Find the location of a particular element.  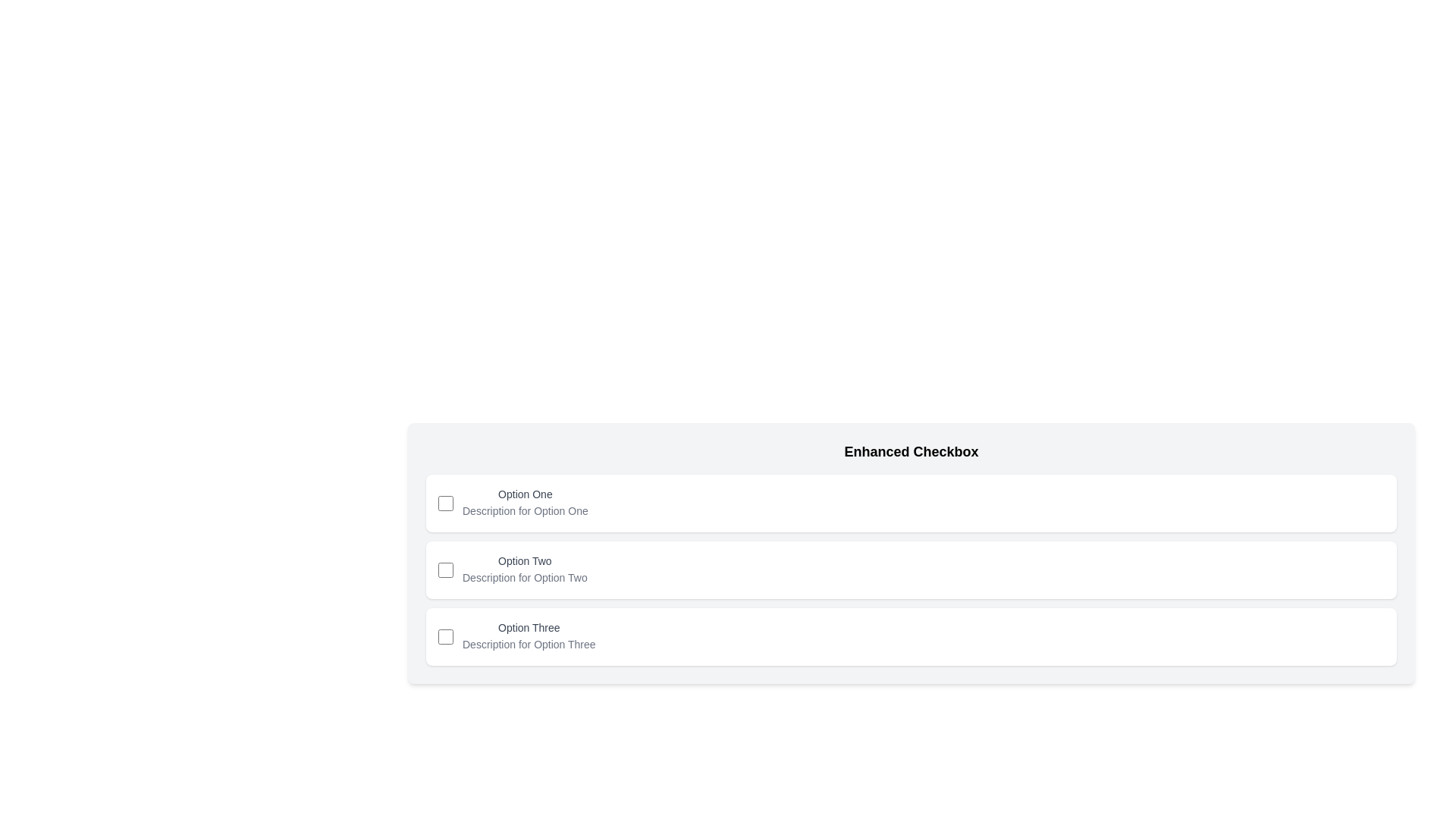

the Text Label with Description located in the second row of the list, providing context for the associated checkbox is located at coordinates (525, 570).